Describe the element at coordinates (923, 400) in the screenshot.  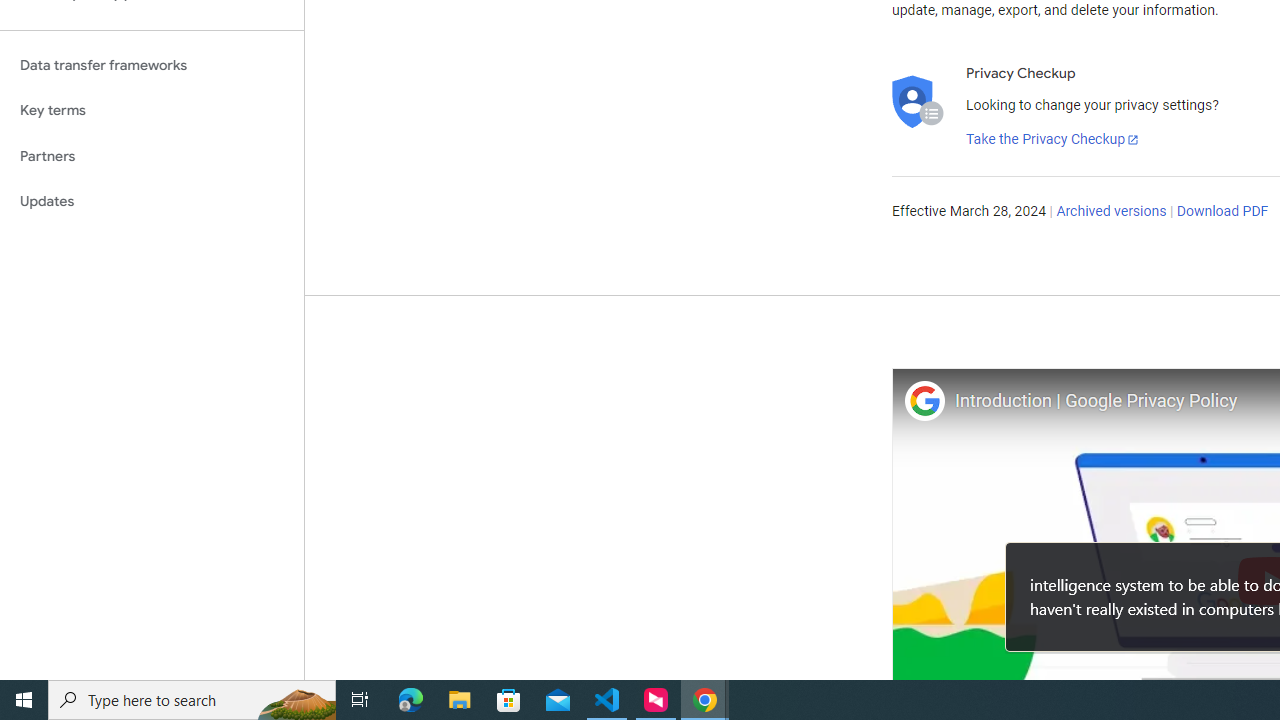
I see `'Photo image of Google'` at that location.